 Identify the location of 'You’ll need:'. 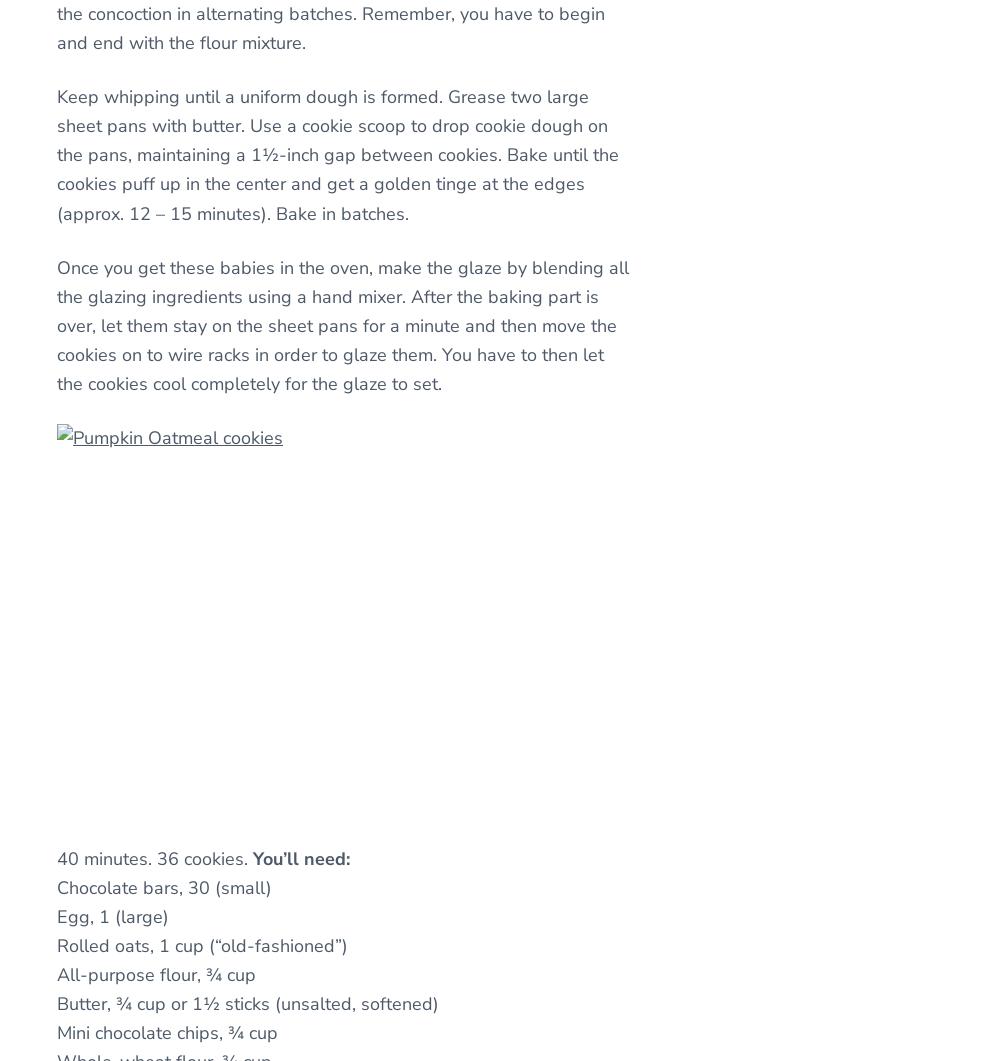
(300, 858).